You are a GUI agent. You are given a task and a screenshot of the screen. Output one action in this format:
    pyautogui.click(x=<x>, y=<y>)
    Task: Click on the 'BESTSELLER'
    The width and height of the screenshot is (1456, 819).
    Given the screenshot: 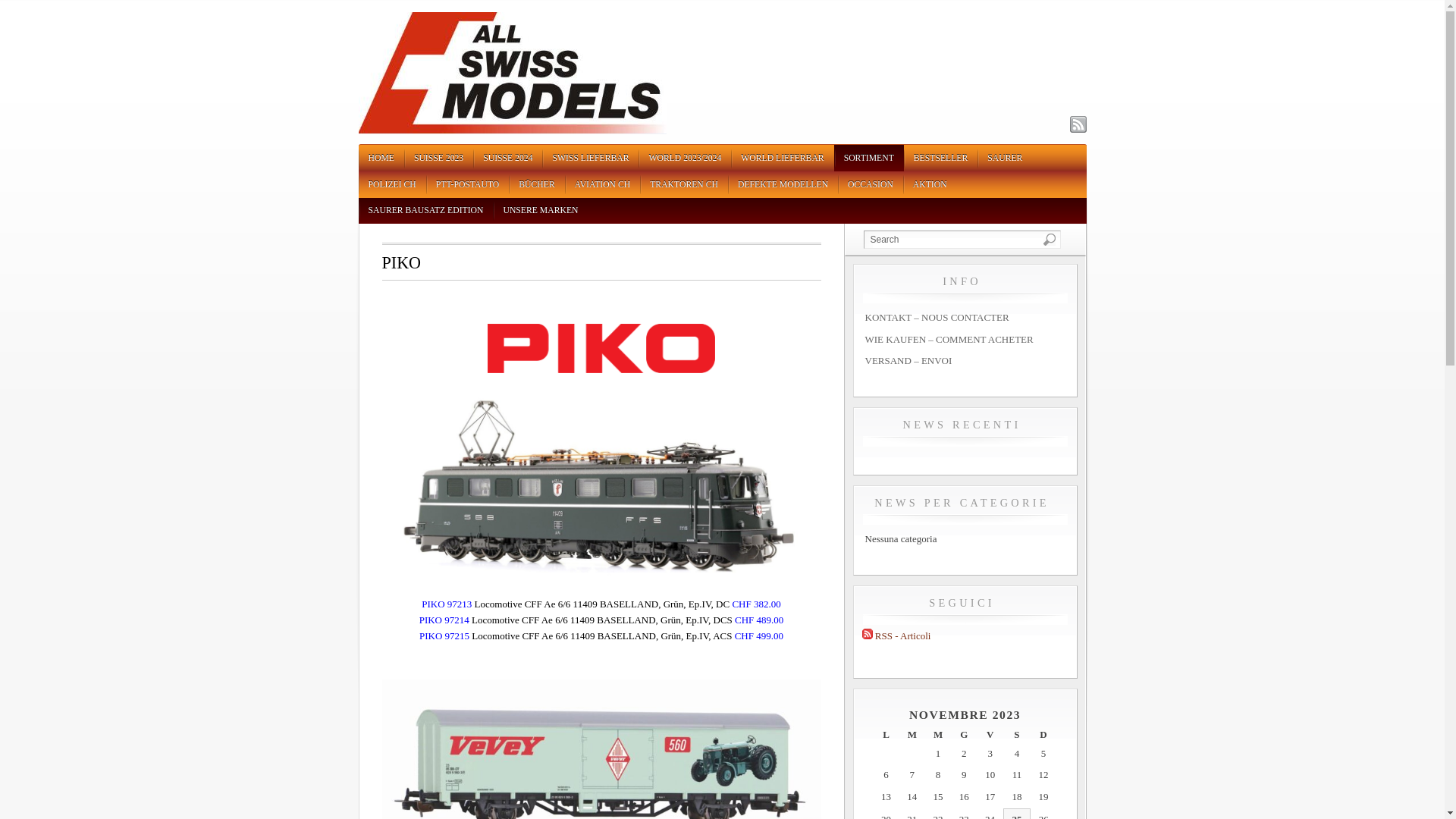 What is the action you would take?
    pyautogui.click(x=940, y=158)
    